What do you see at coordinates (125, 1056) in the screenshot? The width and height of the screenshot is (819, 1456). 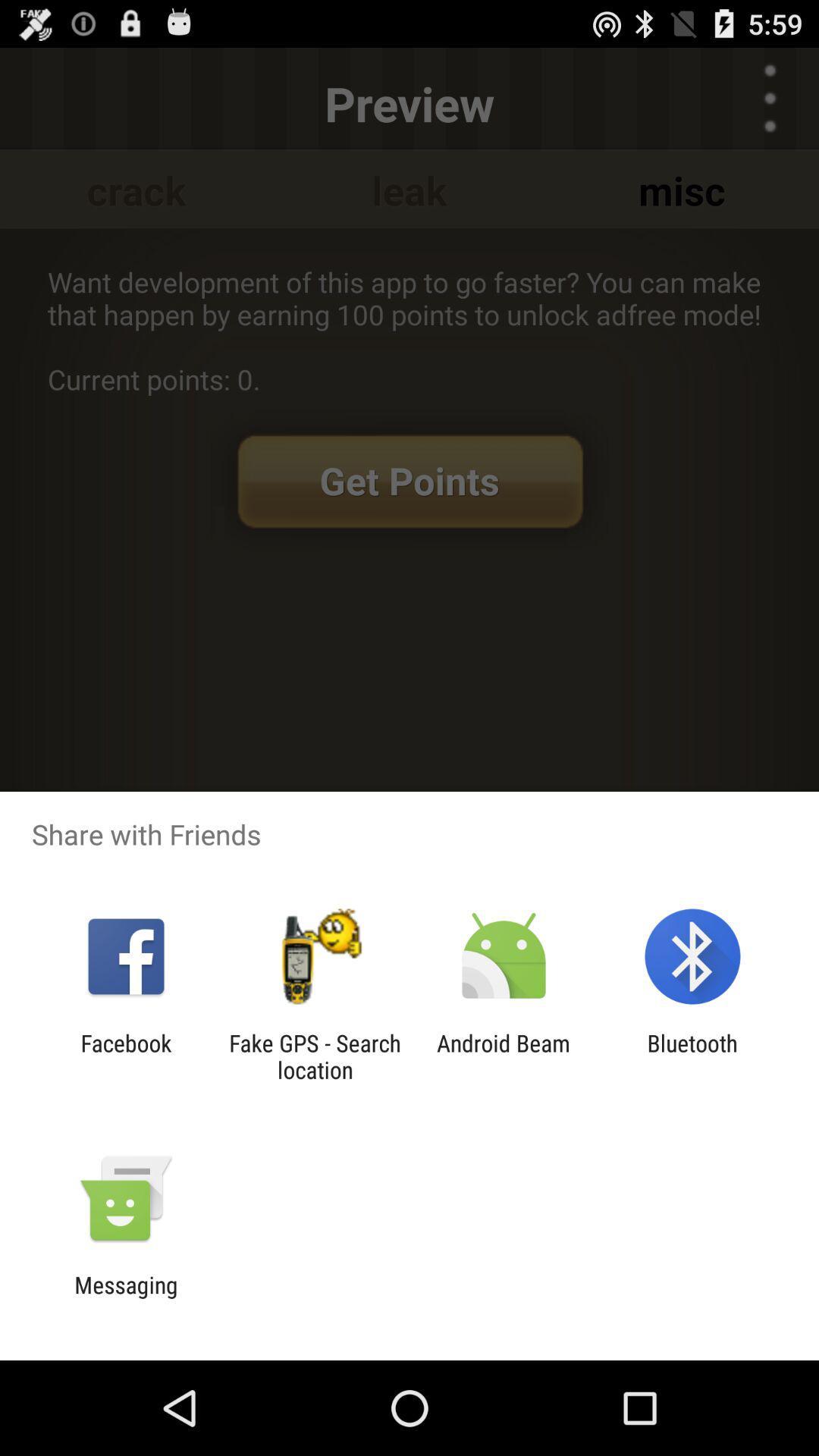 I see `the facebook` at bounding box center [125, 1056].